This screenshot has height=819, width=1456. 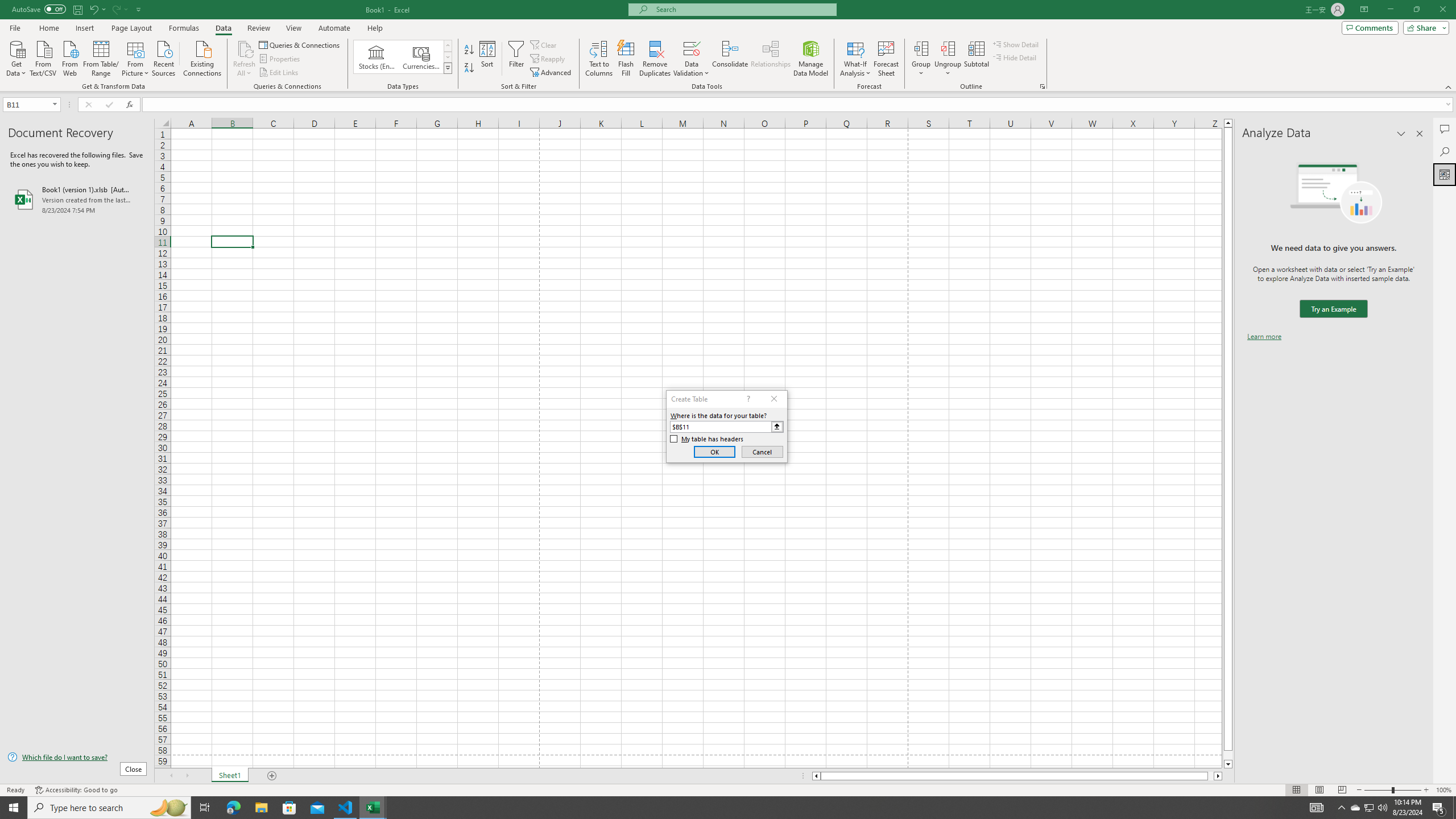 What do you see at coordinates (730, 59) in the screenshot?
I see `'Consolidate...'` at bounding box center [730, 59].